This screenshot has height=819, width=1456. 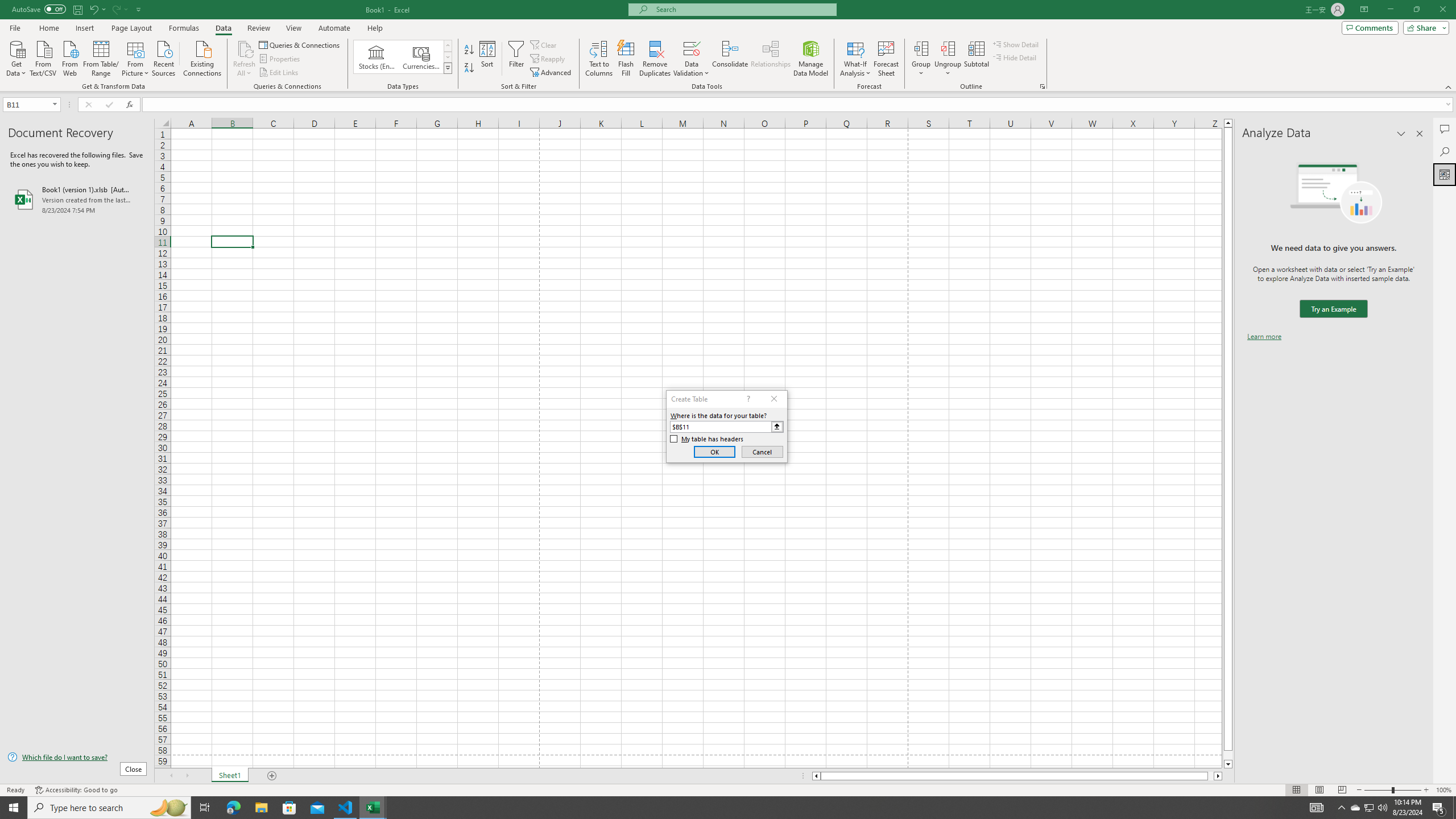 What do you see at coordinates (730, 59) in the screenshot?
I see `'Consolidate...'` at bounding box center [730, 59].